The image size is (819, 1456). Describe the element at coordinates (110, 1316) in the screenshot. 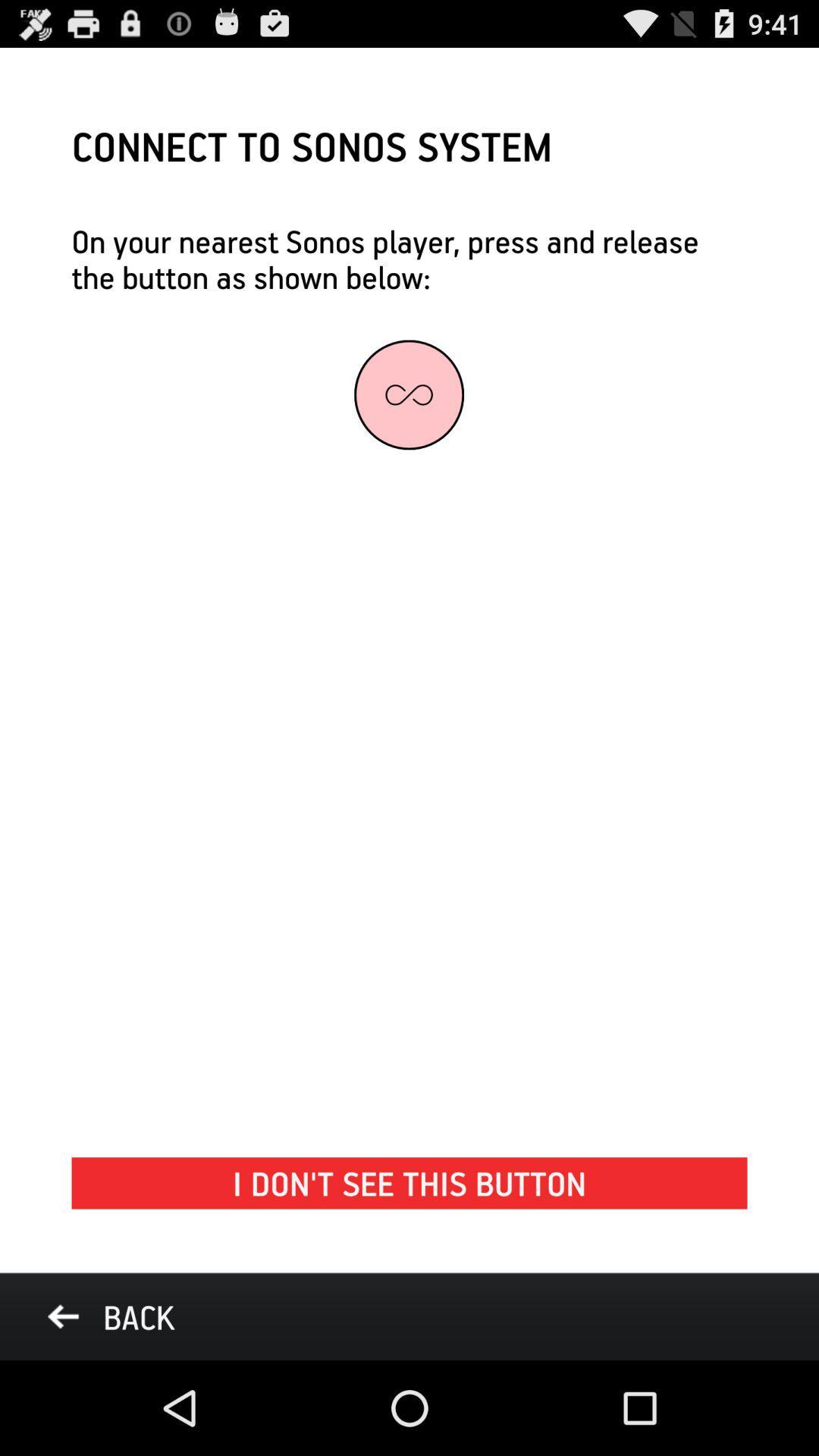

I see `the icon below i don t item` at that location.